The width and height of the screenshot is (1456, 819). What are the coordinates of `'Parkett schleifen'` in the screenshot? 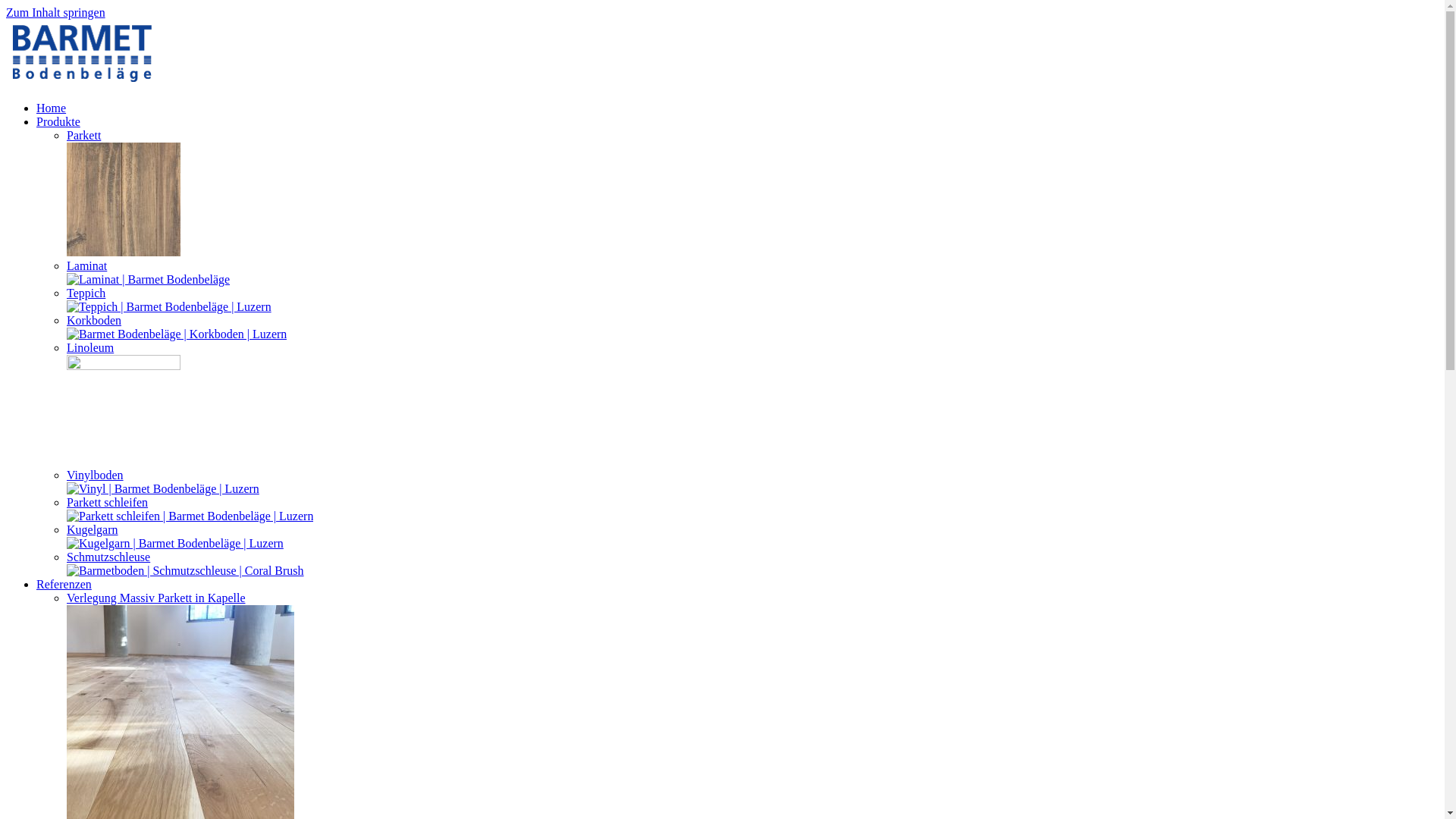 It's located at (106, 502).